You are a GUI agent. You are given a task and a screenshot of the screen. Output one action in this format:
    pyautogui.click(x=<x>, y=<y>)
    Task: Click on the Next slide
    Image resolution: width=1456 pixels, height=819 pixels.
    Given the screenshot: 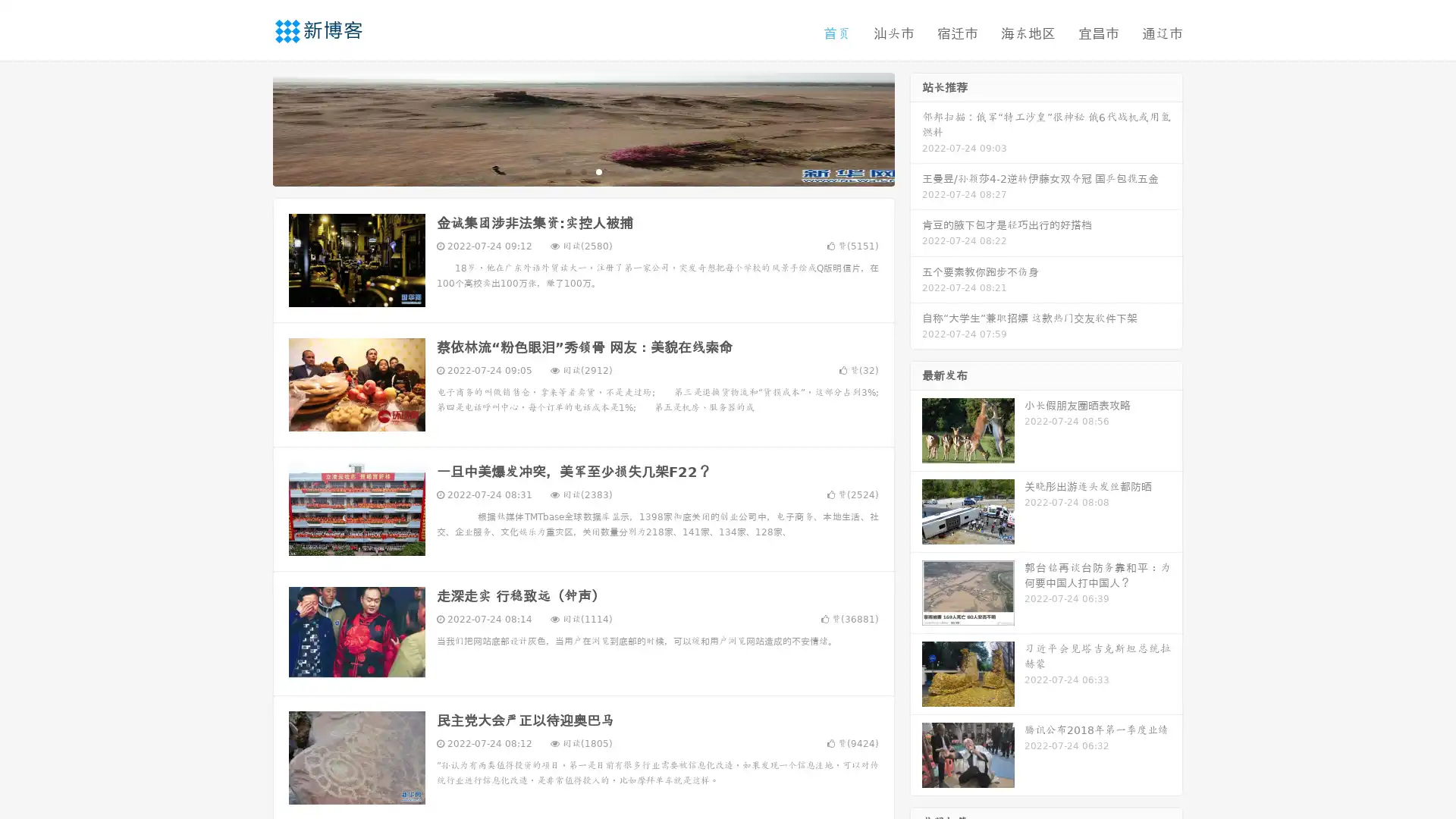 What is the action you would take?
    pyautogui.click(x=916, y=127)
    